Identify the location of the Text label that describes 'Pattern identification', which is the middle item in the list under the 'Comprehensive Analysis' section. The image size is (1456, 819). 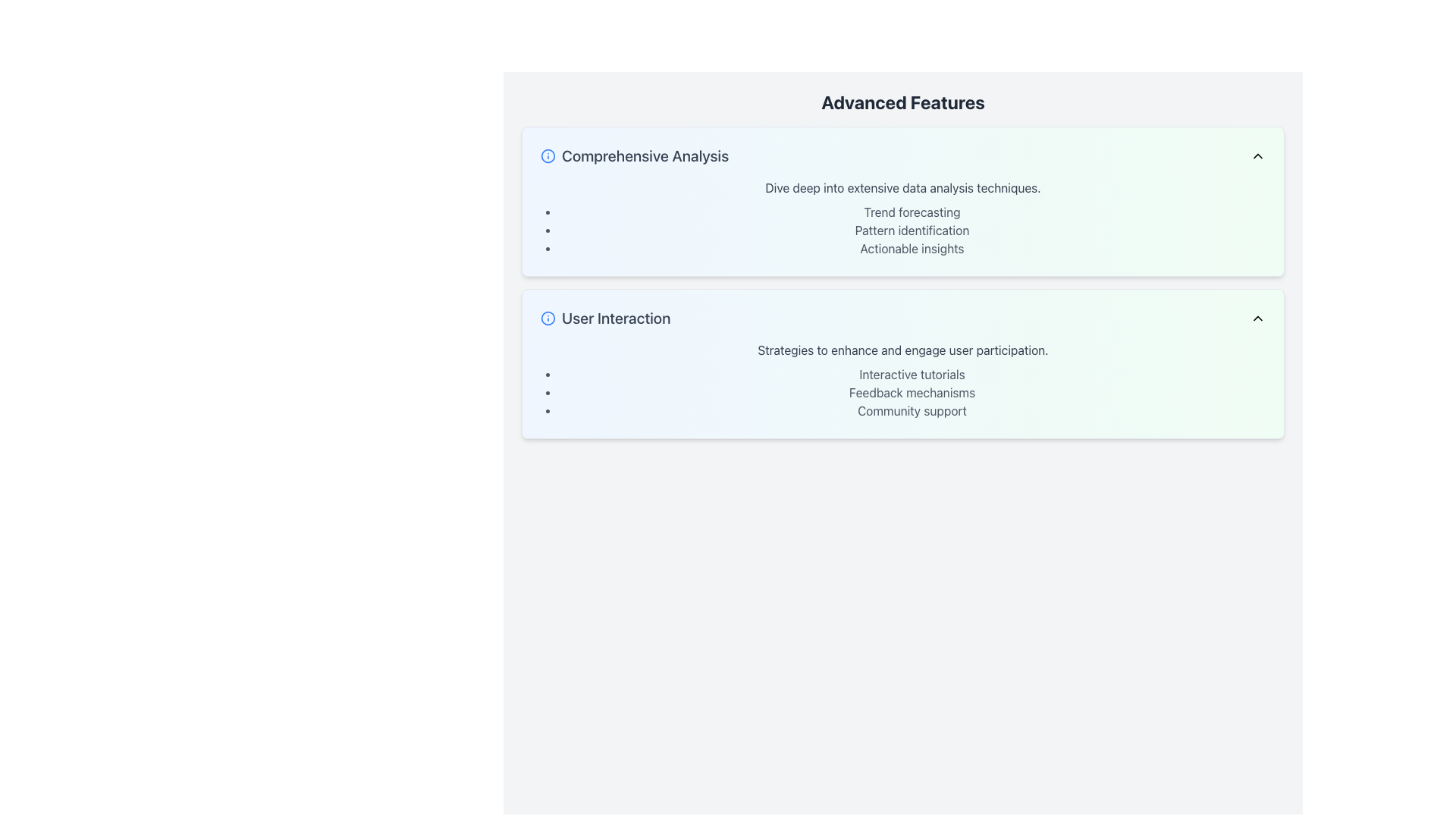
(912, 231).